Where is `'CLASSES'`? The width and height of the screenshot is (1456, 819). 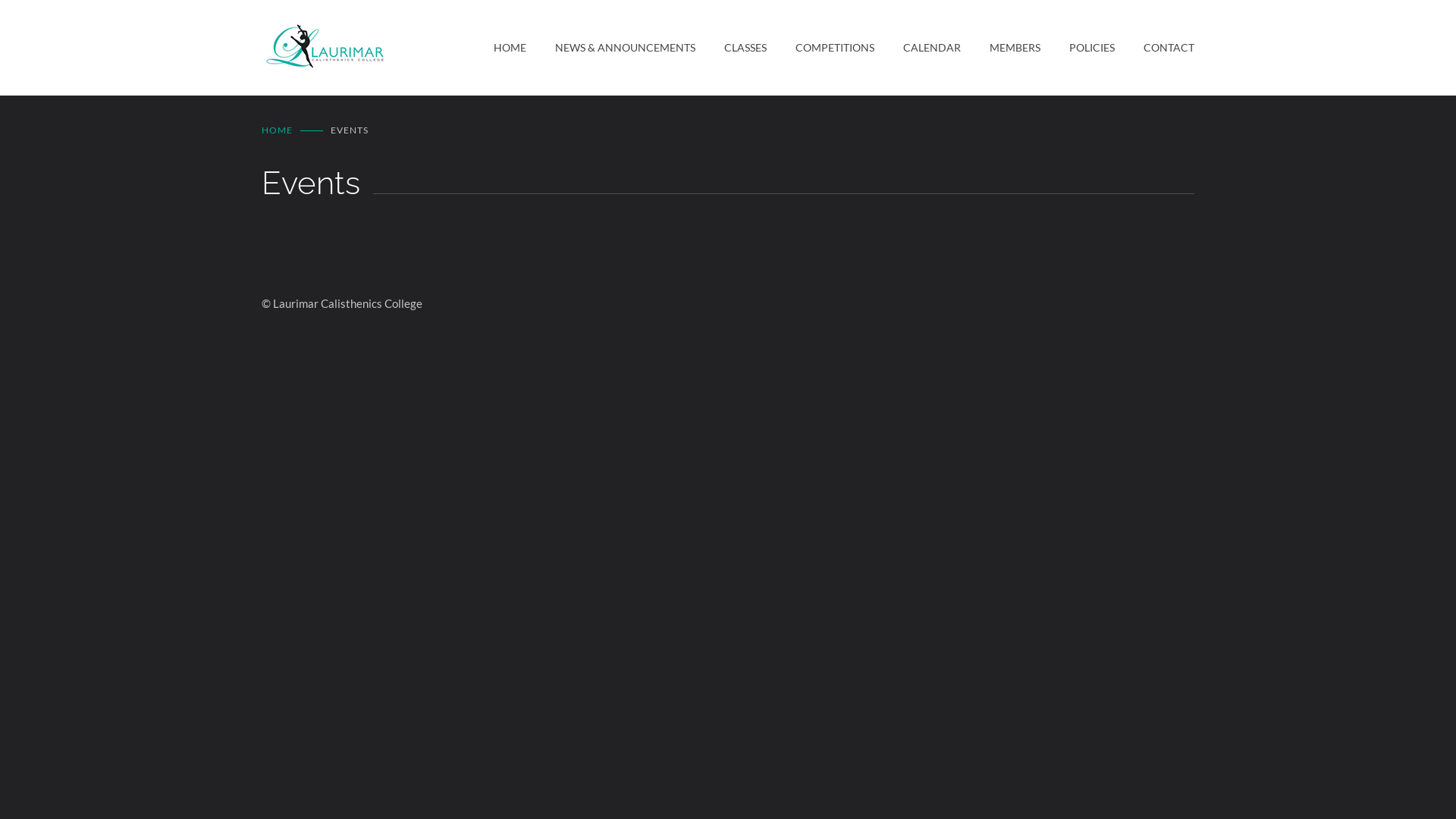
'CLASSES' is located at coordinates (731, 46).